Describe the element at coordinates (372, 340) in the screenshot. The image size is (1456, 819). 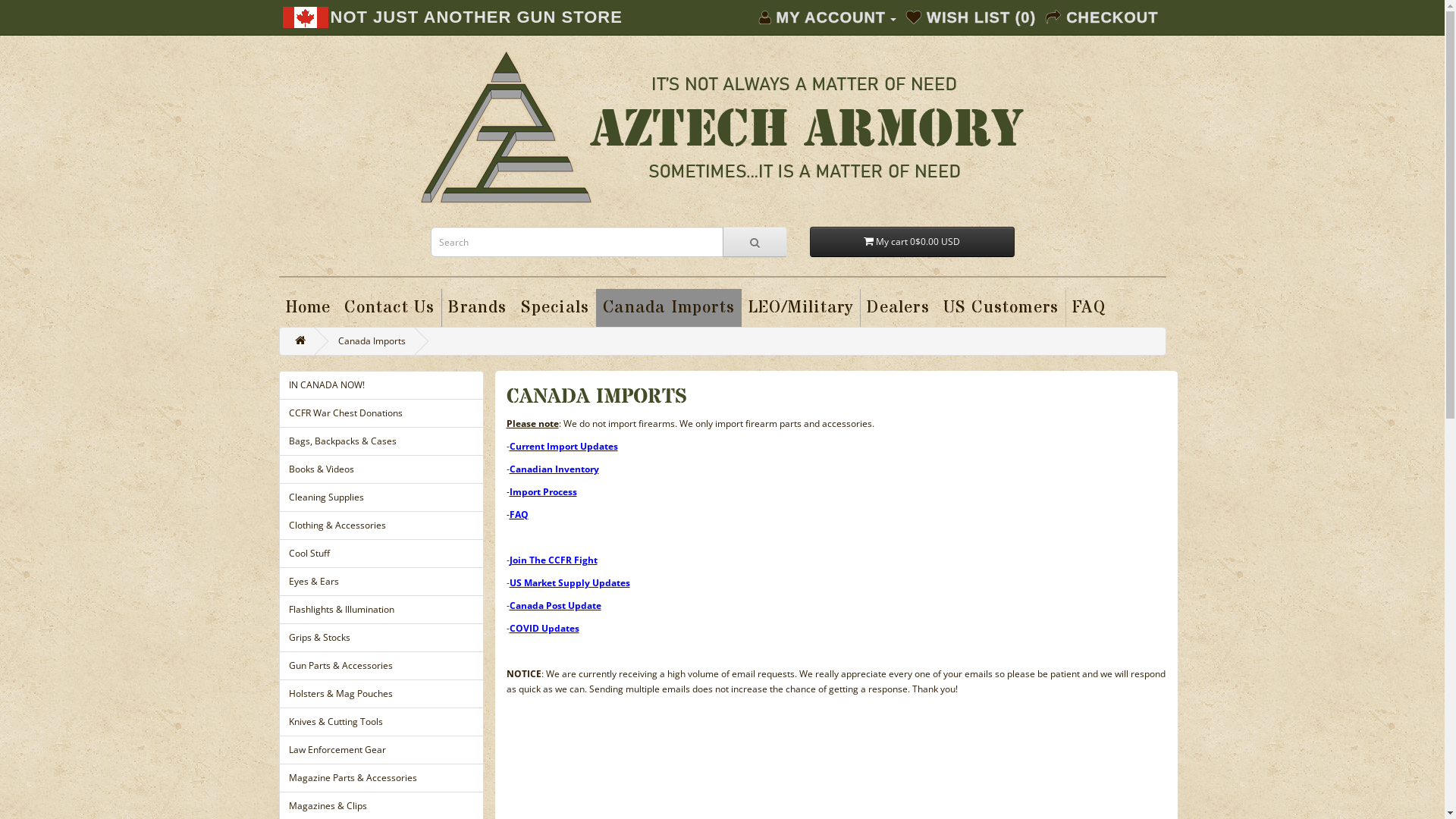
I see `'Canada Imports'` at that location.